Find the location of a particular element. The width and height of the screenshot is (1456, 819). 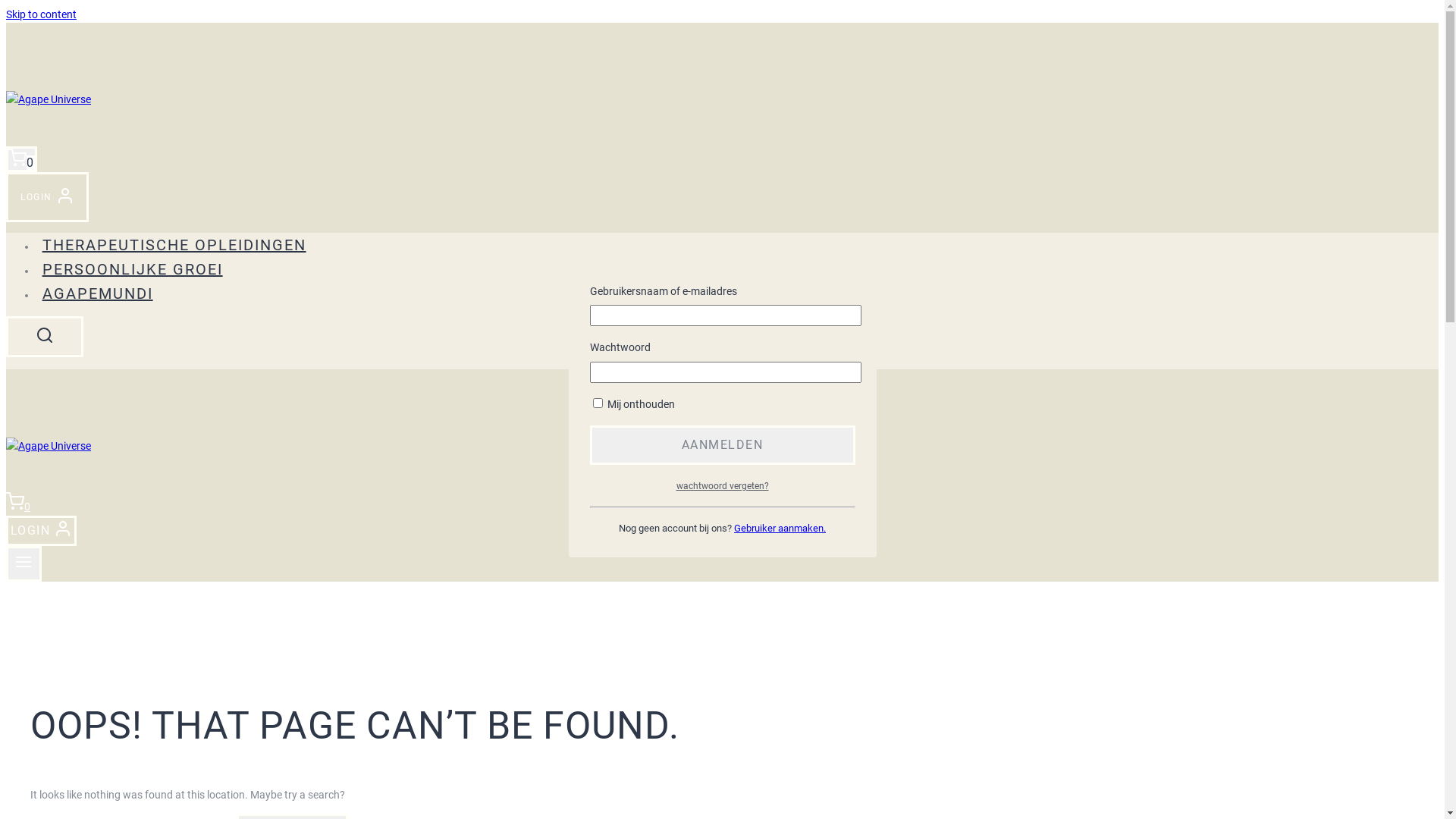

'MANDJE 0' is located at coordinates (21, 158).